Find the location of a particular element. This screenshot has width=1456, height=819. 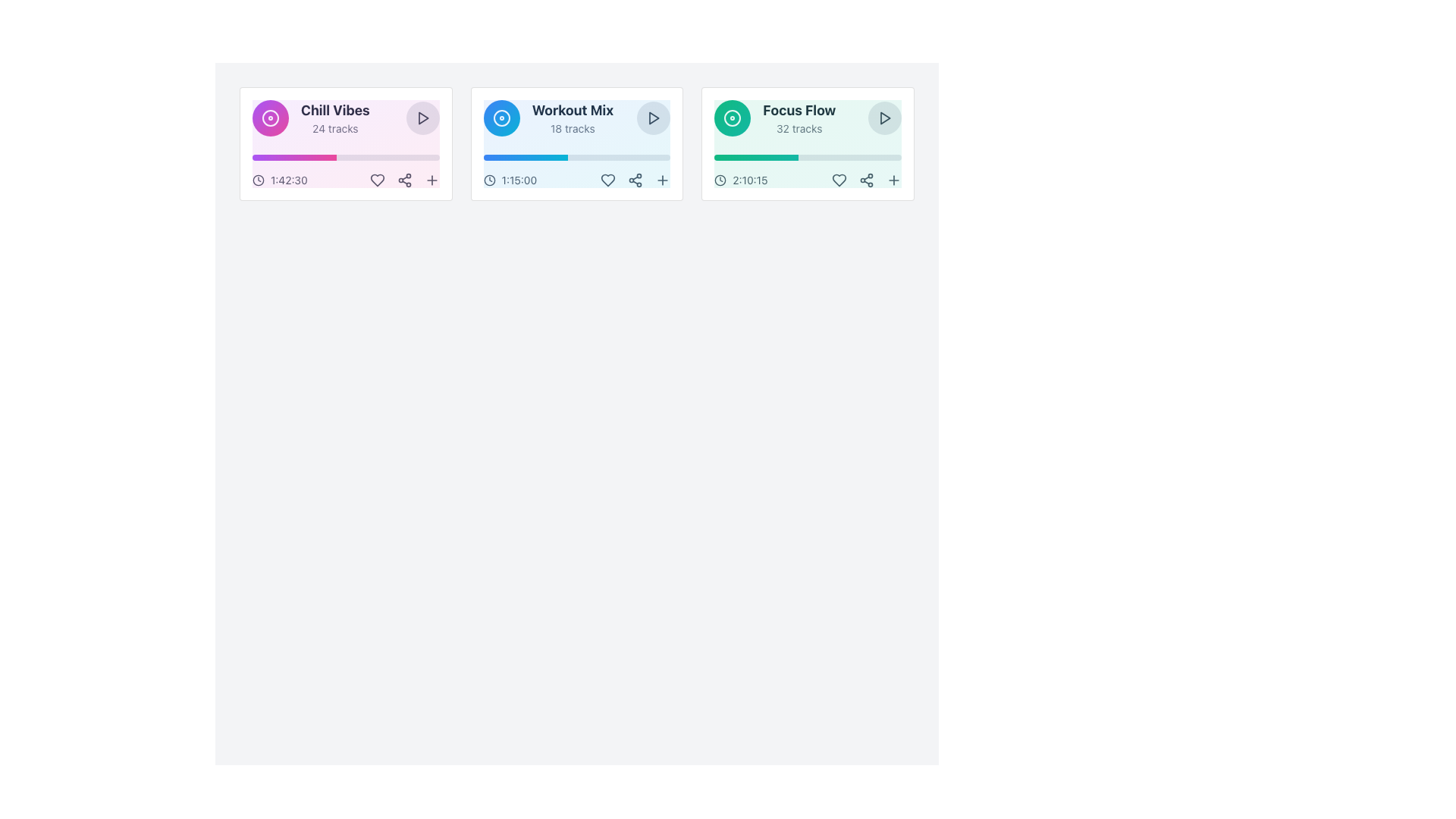

the circular element with a gradient background transitioning from emerald green to teal, featuring a rotating disc icon at its center, located at the top-right corner of the third card in the 'Focus Flow' group by moving the cursor to it is located at coordinates (733, 117).